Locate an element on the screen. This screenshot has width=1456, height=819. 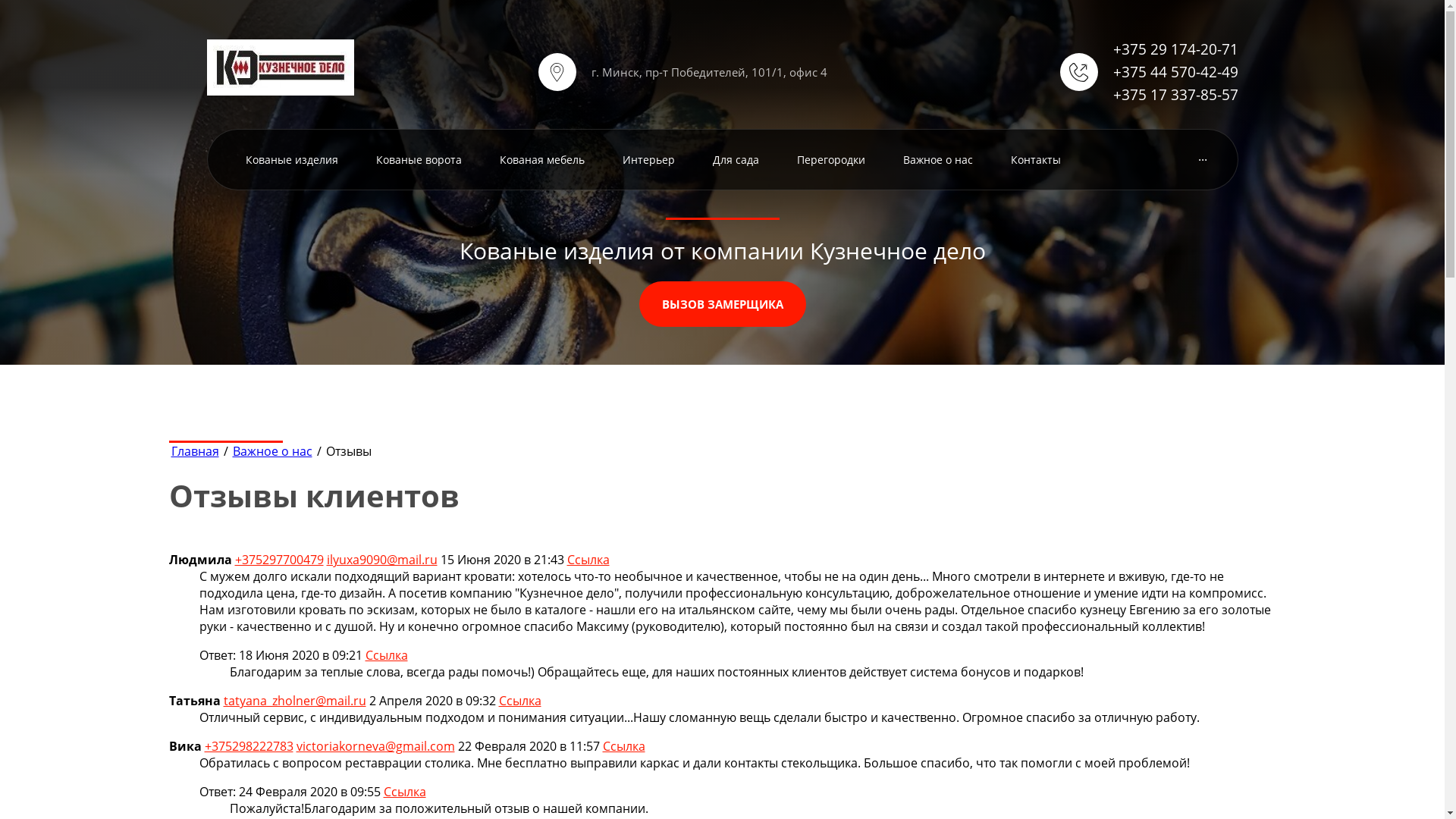
'...' is located at coordinates (1189, 155).